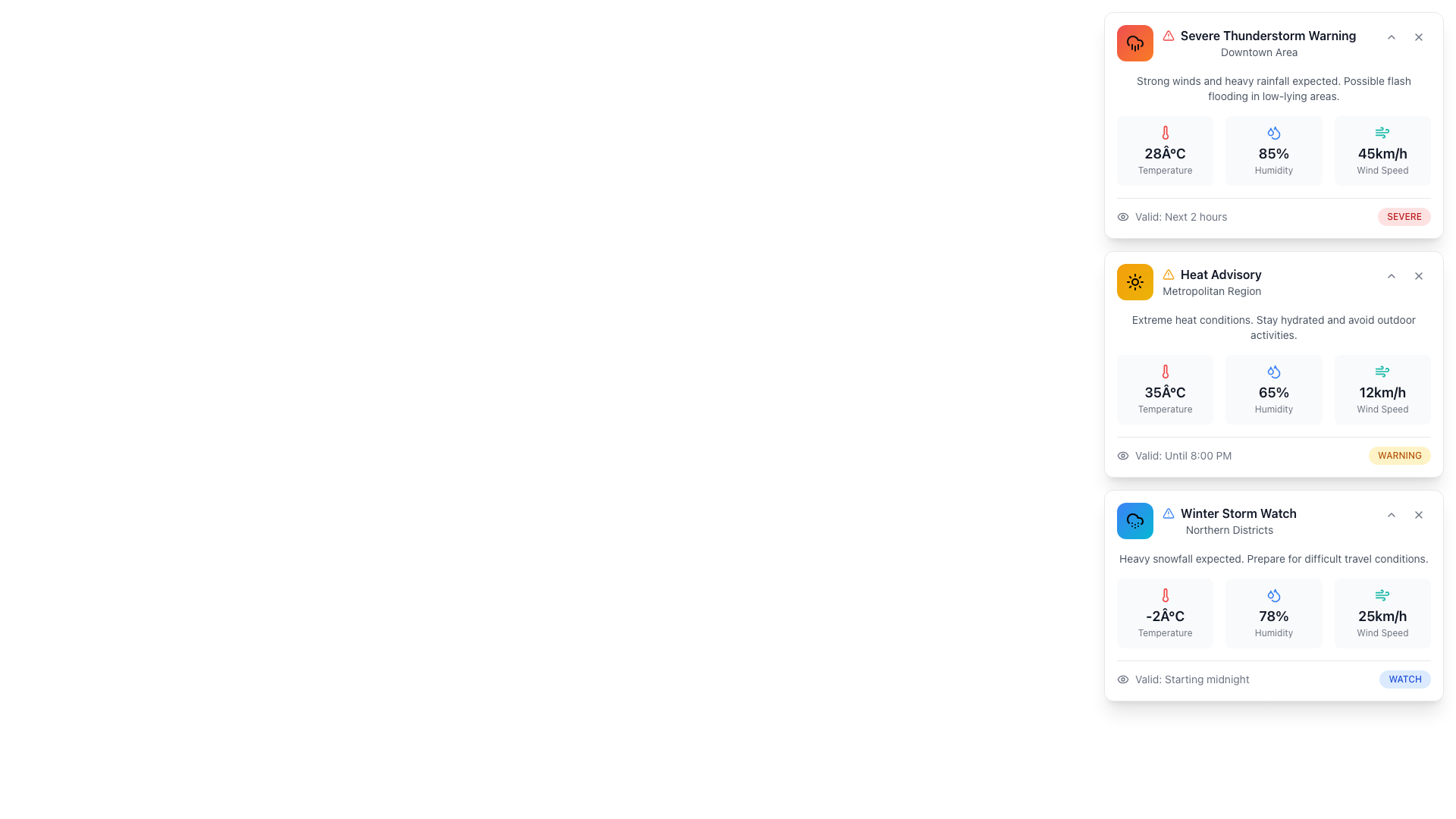 The height and width of the screenshot is (819, 1456). What do you see at coordinates (1268, 34) in the screenshot?
I see `text of the 'Severe Thunderstorm Warning' title label located at the top-left corner of the first alert card` at bounding box center [1268, 34].